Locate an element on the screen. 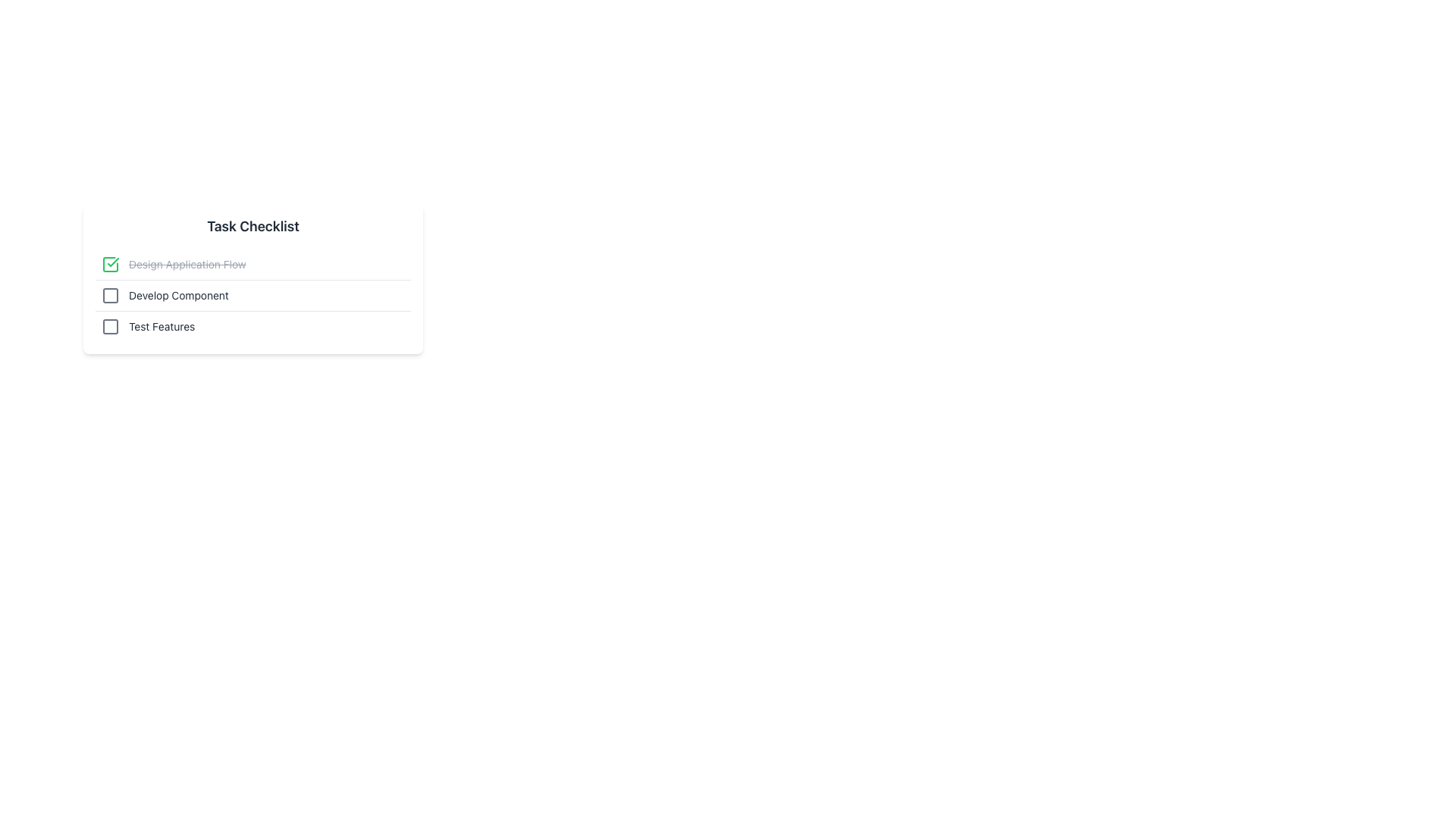 The width and height of the screenshot is (1456, 819). the text label that reads 'Design Application Flow', which is styled with a line-through effect and gray color, indicating it is inactive and located as the first item in a checklist interface is located at coordinates (187, 263).